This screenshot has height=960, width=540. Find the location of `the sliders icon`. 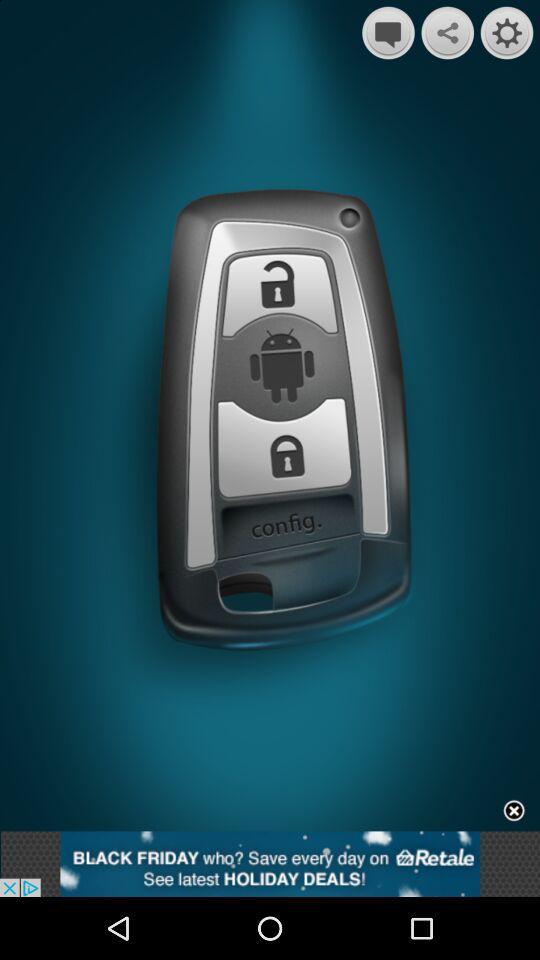

the sliders icon is located at coordinates (285, 564).